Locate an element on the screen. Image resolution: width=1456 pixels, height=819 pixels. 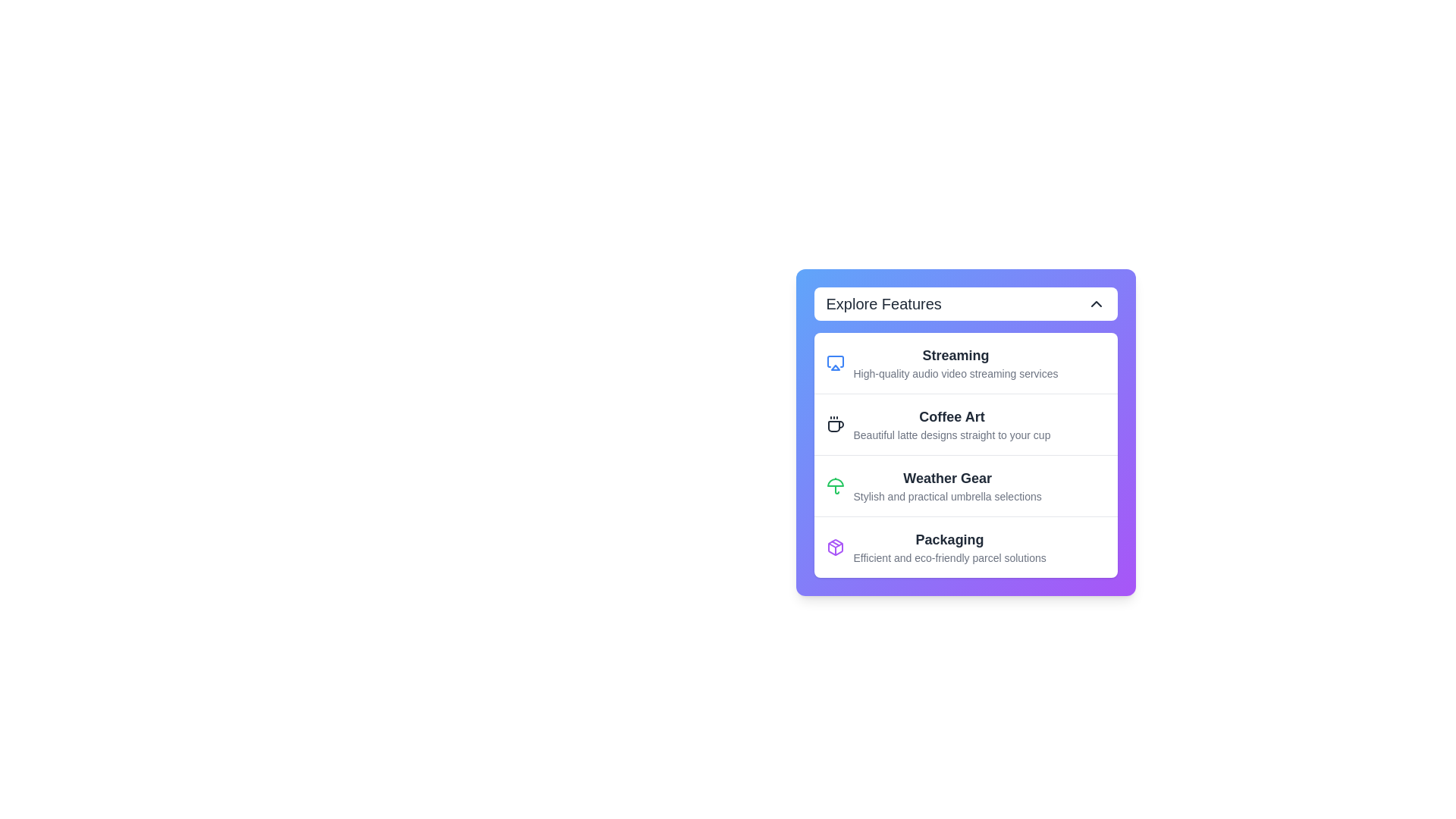
information conveyed by the text label titled 'Streaming' with subtitle 'High-quality audio video streaming services', which is the first item in the 'Explore Features' section is located at coordinates (955, 362).